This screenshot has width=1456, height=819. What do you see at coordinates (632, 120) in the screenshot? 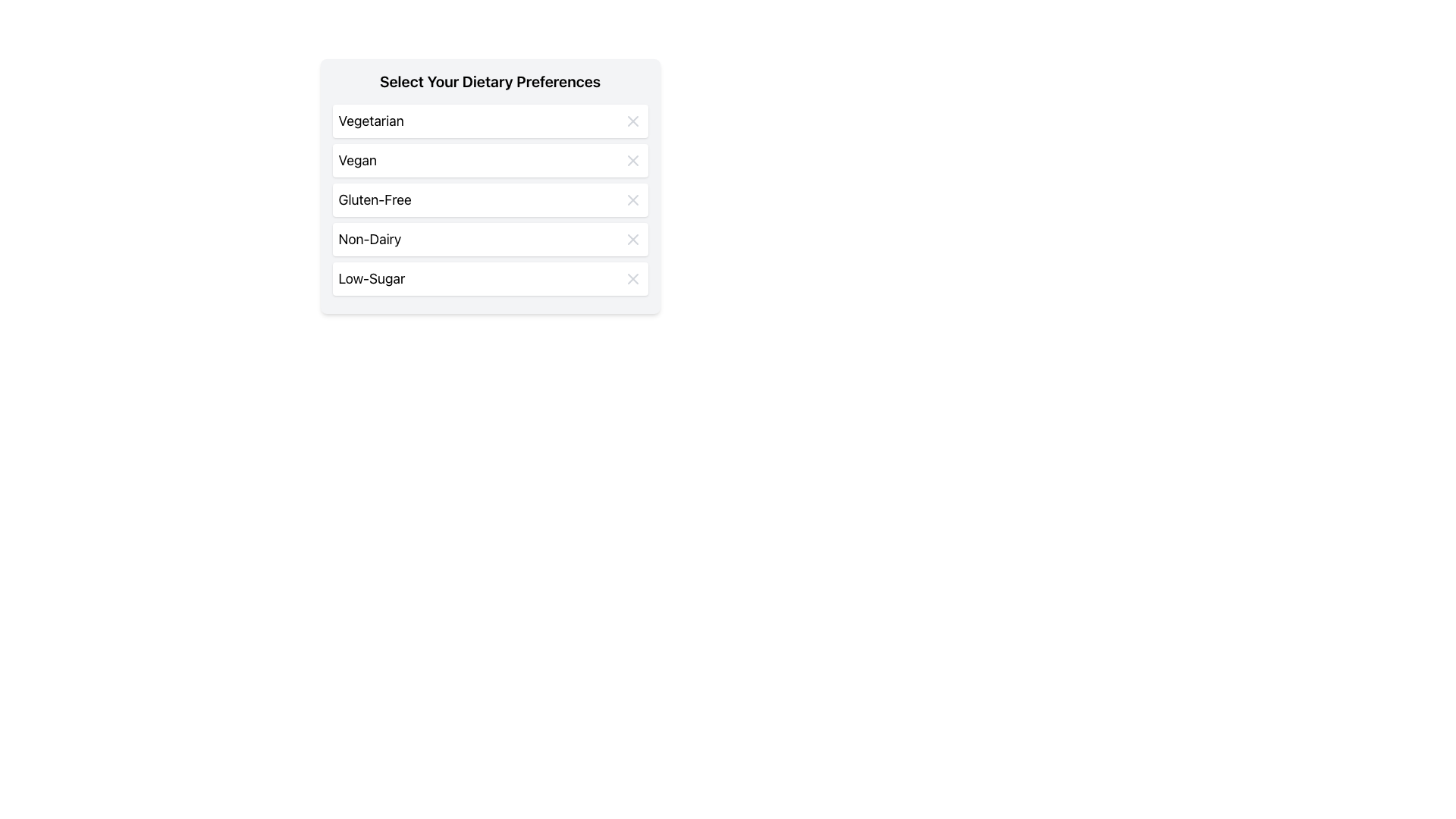
I see `the close button for the 'Vegetarian' dietary preference to check for visual feedback` at bounding box center [632, 120].